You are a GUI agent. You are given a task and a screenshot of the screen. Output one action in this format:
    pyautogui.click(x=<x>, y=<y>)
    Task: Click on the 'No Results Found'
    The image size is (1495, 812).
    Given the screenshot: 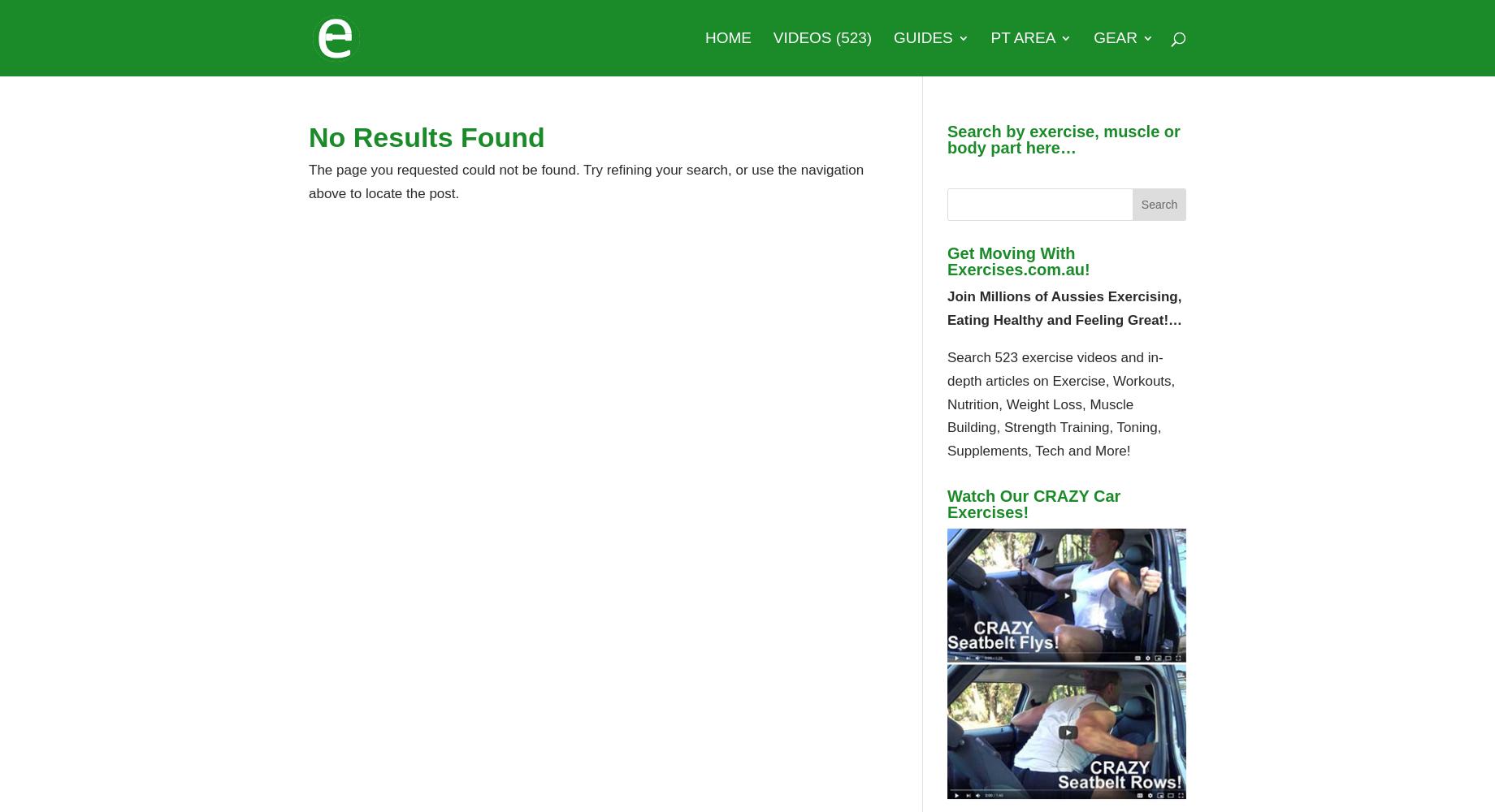 What is the action you would take?
    pyautogui.click(x=426, y=137)
    